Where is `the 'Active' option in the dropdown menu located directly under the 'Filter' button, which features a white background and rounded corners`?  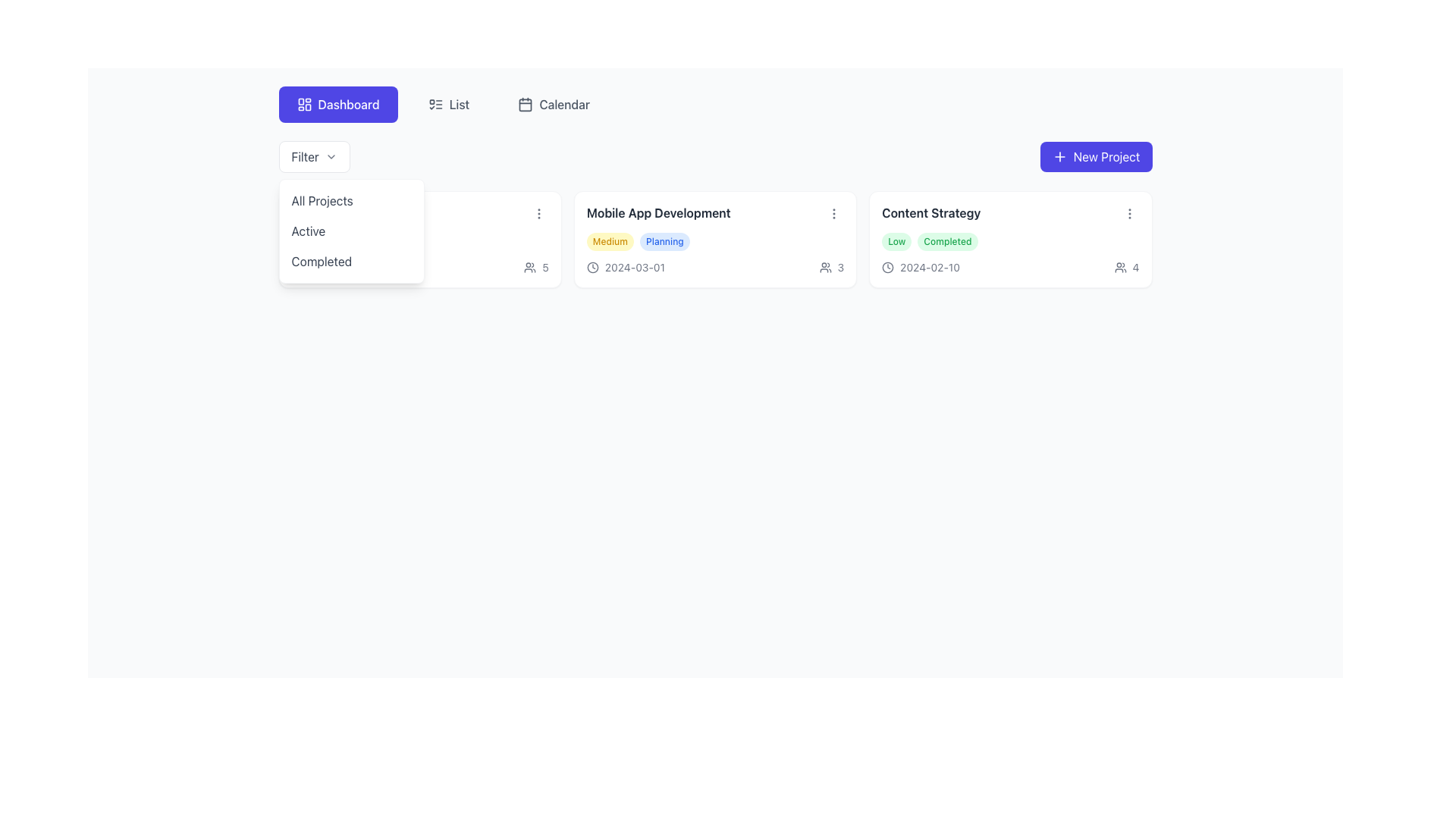
the 'Active' option in the dropdown menu located directly under the 'Filter' button, which features a white background and rounded corners is located at coordinates (350, 231).